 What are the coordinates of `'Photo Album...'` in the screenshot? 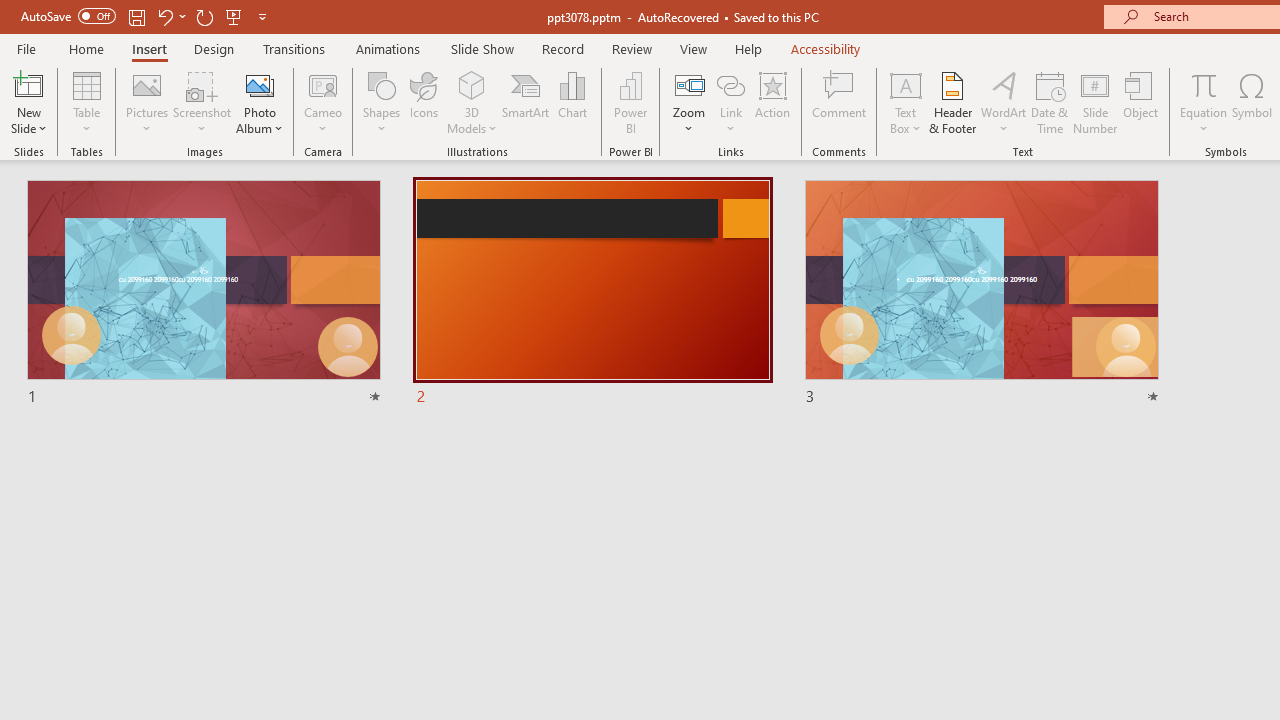 It's located at (258, 103).